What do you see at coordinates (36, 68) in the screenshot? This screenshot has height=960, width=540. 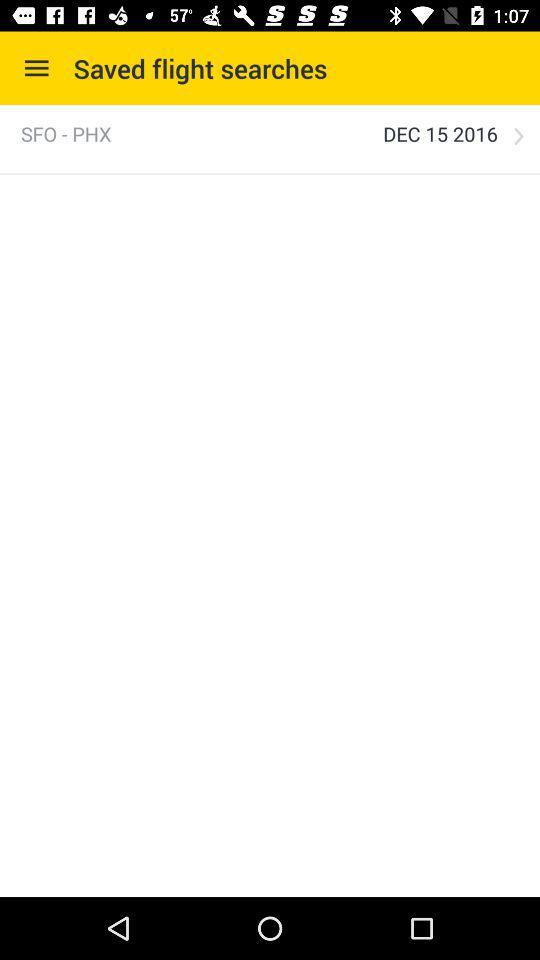 I see `item above the sfo - phx item` at bounding box center [36, 68].